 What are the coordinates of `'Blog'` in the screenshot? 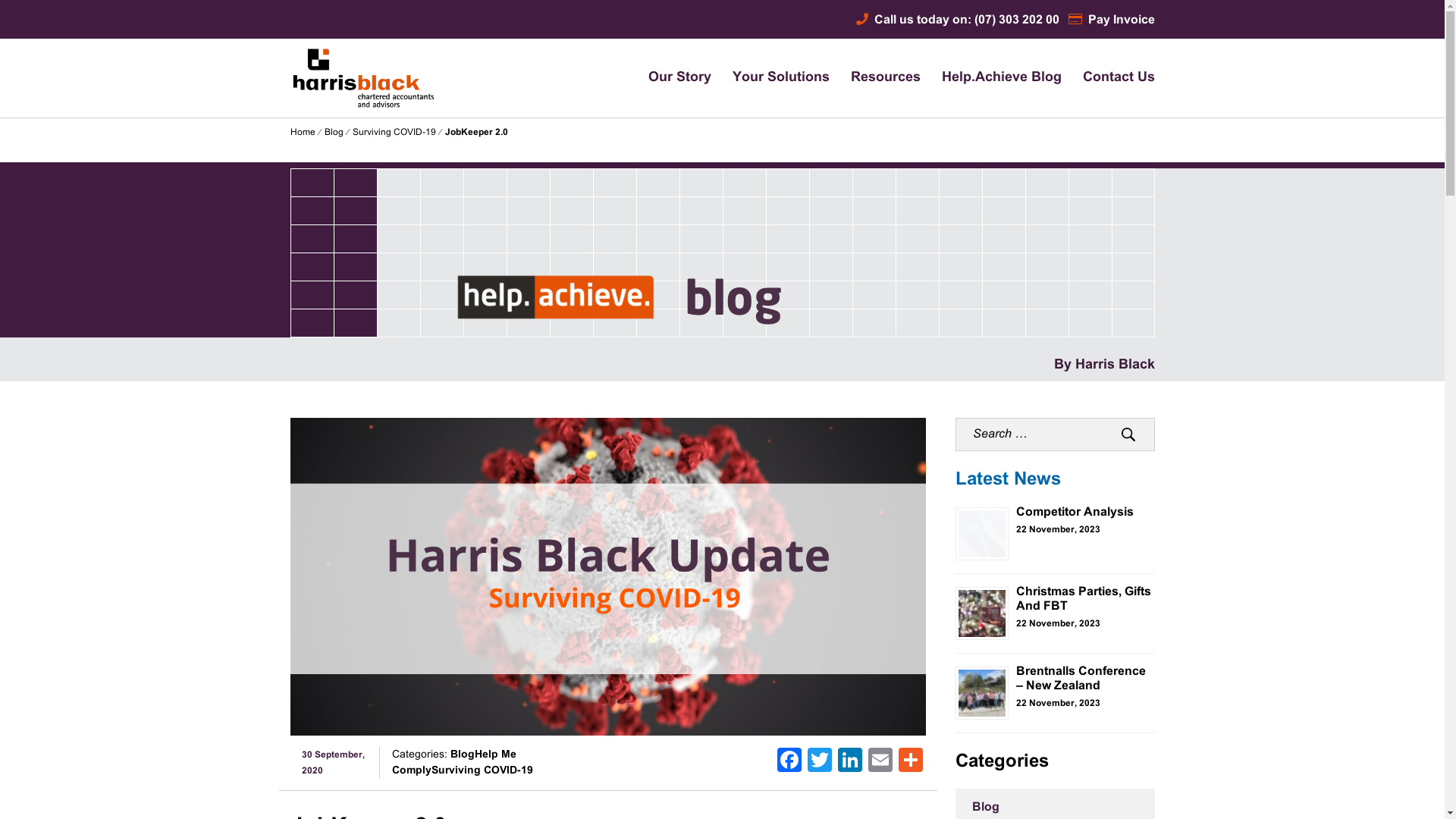 It's located at (333, 131).